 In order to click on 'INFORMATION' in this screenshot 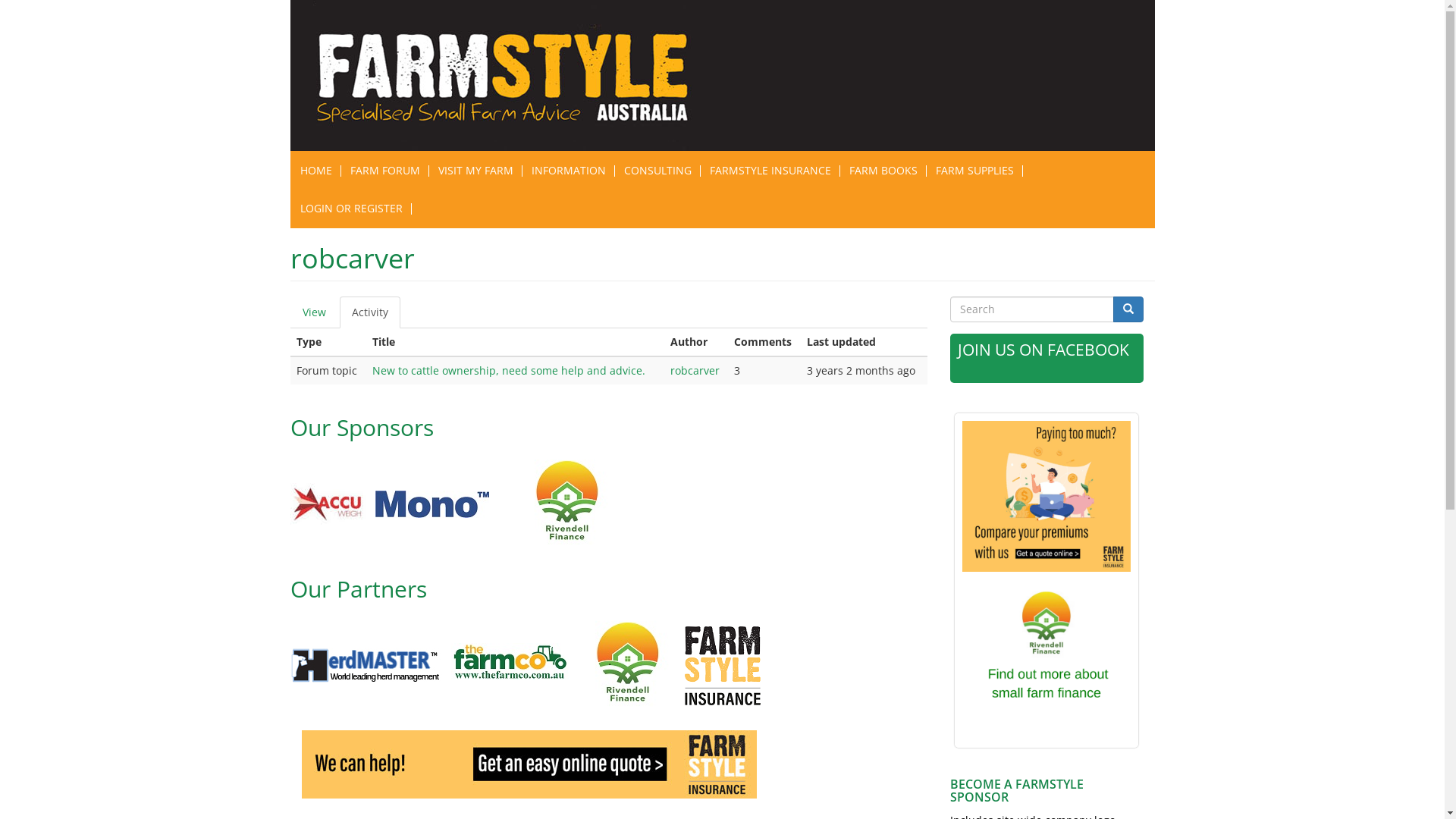, I will do `click(566, 170)`.